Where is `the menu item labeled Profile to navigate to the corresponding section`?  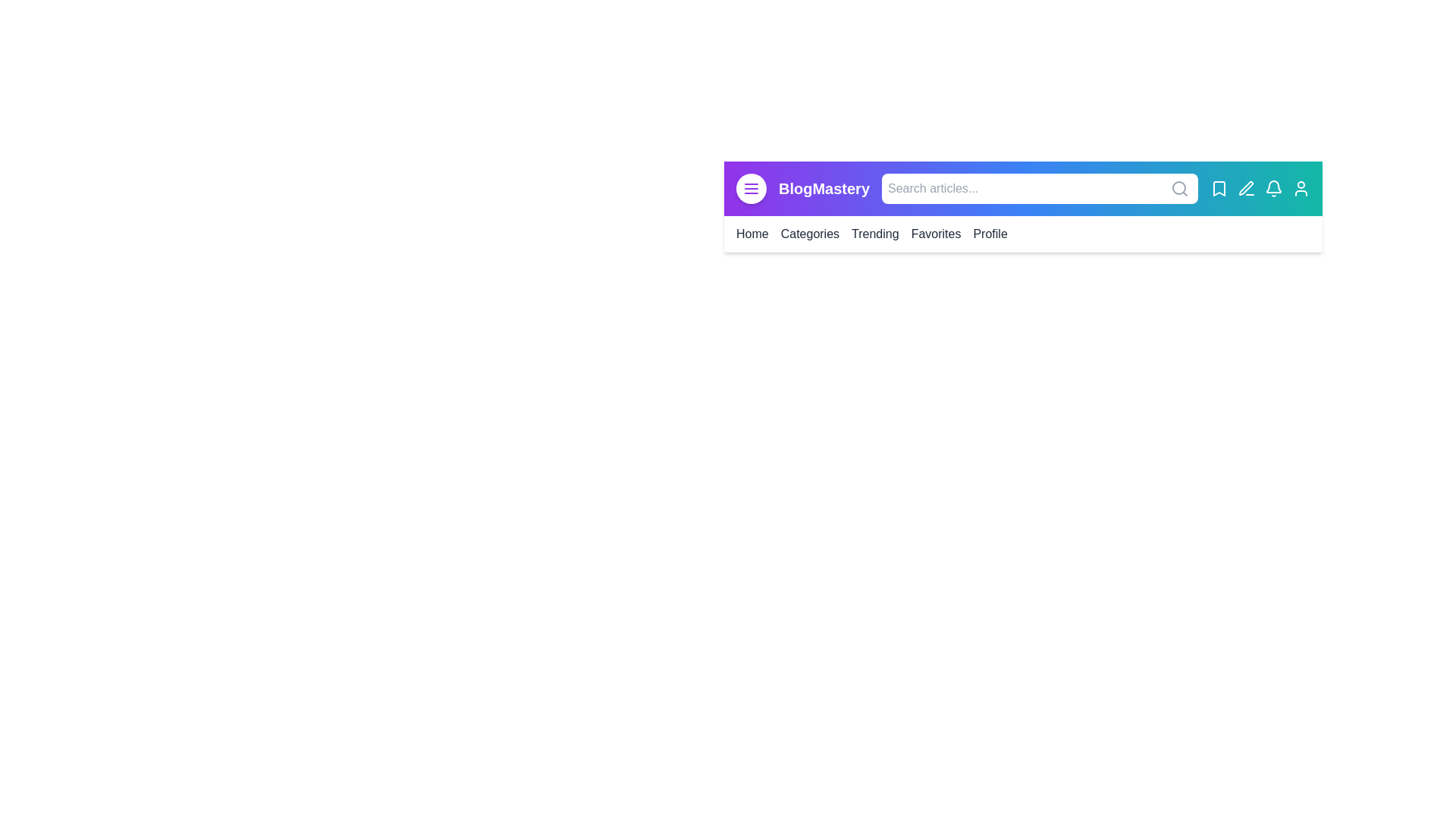 the menu item labeled Profile to navigate to the corresponding section is located at coordinates (990, 234).